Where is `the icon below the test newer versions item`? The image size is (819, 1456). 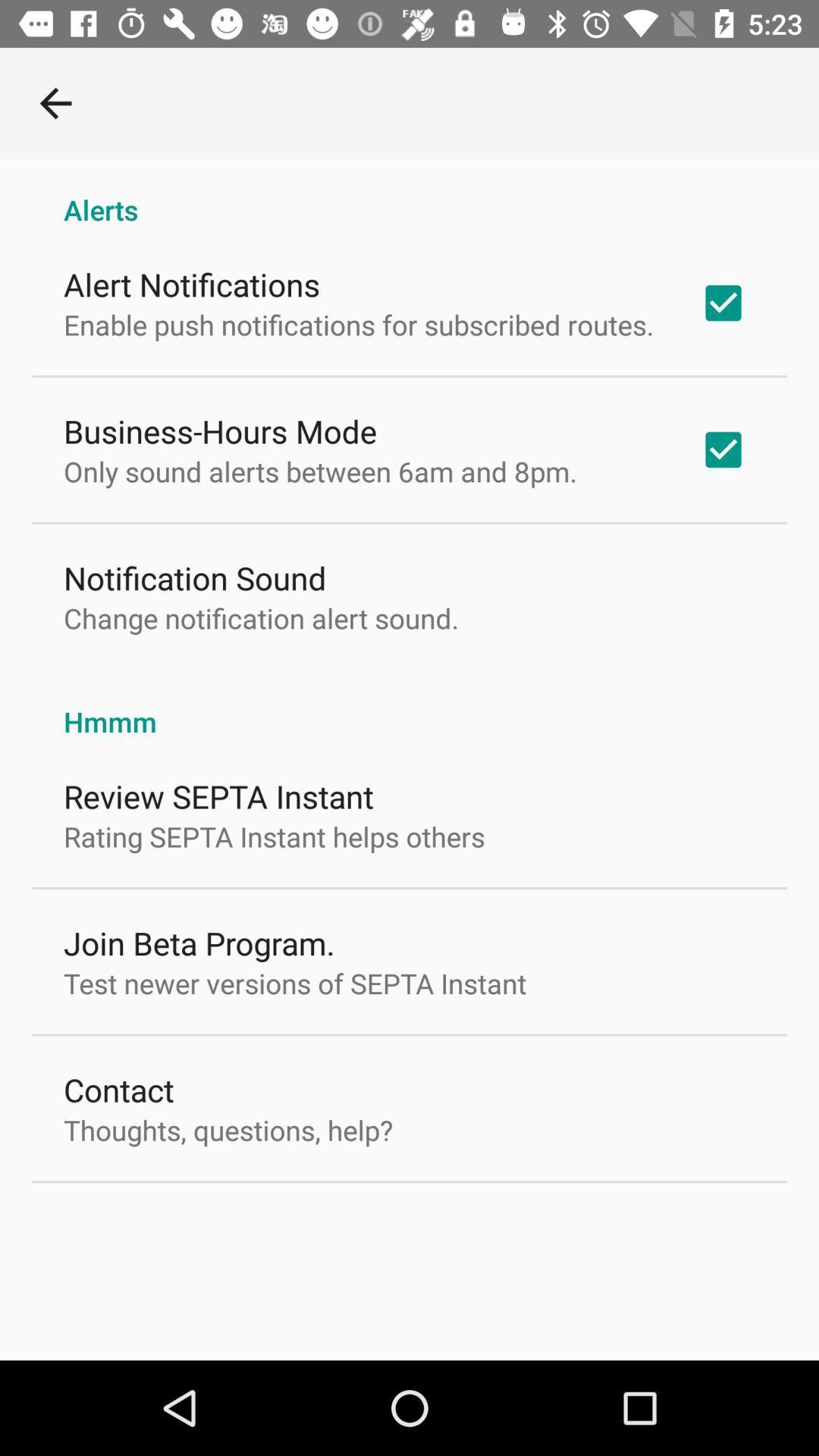 the icon below the test newer versions item is located at coordinates (118, 1088).